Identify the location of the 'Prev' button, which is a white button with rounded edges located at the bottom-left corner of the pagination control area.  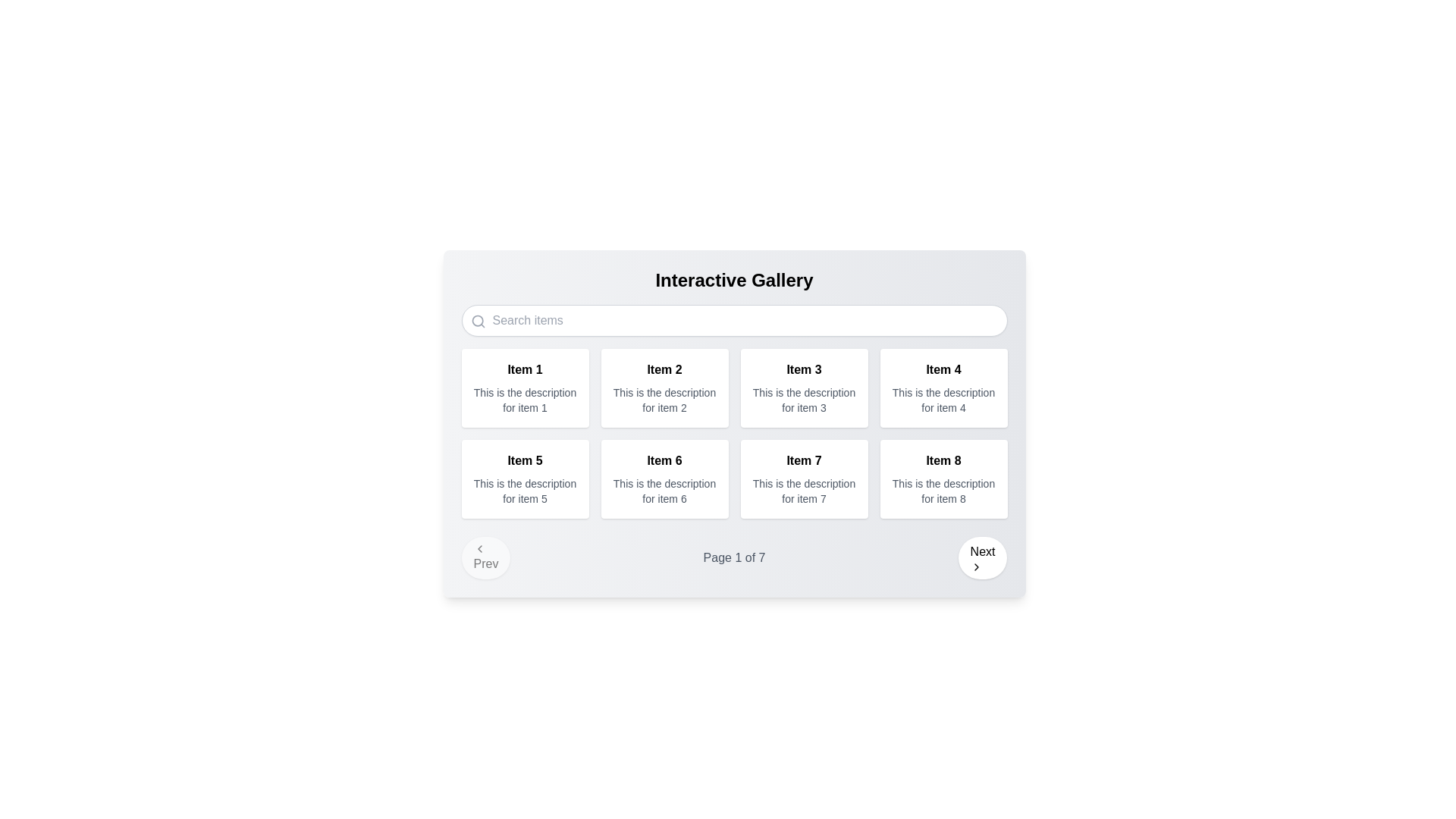
(485, 558).